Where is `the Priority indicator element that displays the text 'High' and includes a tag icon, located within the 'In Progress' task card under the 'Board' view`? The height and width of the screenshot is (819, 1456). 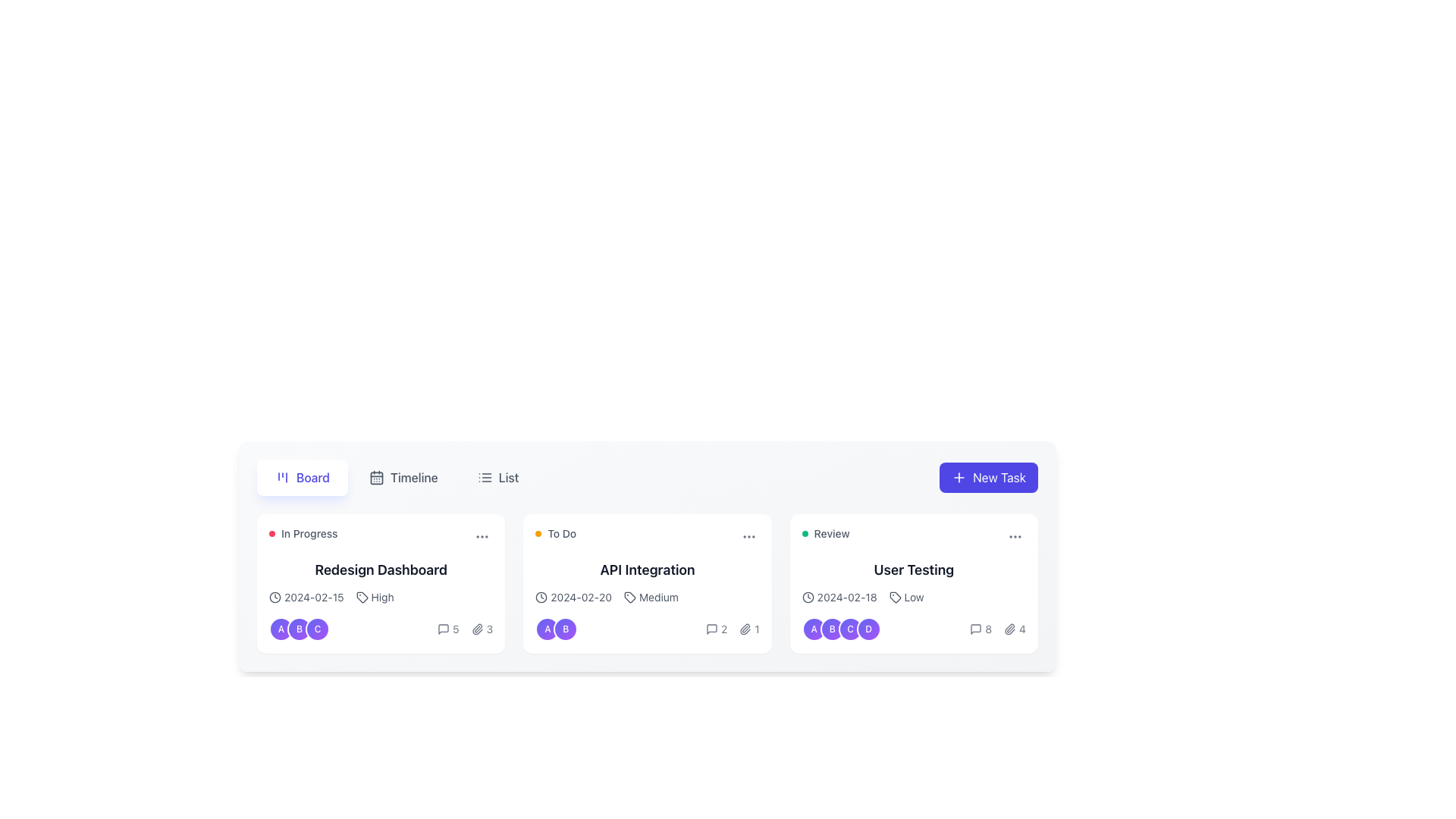
the Priority indicator element that displays the text 'High' and includes a tag icon, located within the 'In Progress' task card under the 'Board' view is located at coordinates (375, 596).